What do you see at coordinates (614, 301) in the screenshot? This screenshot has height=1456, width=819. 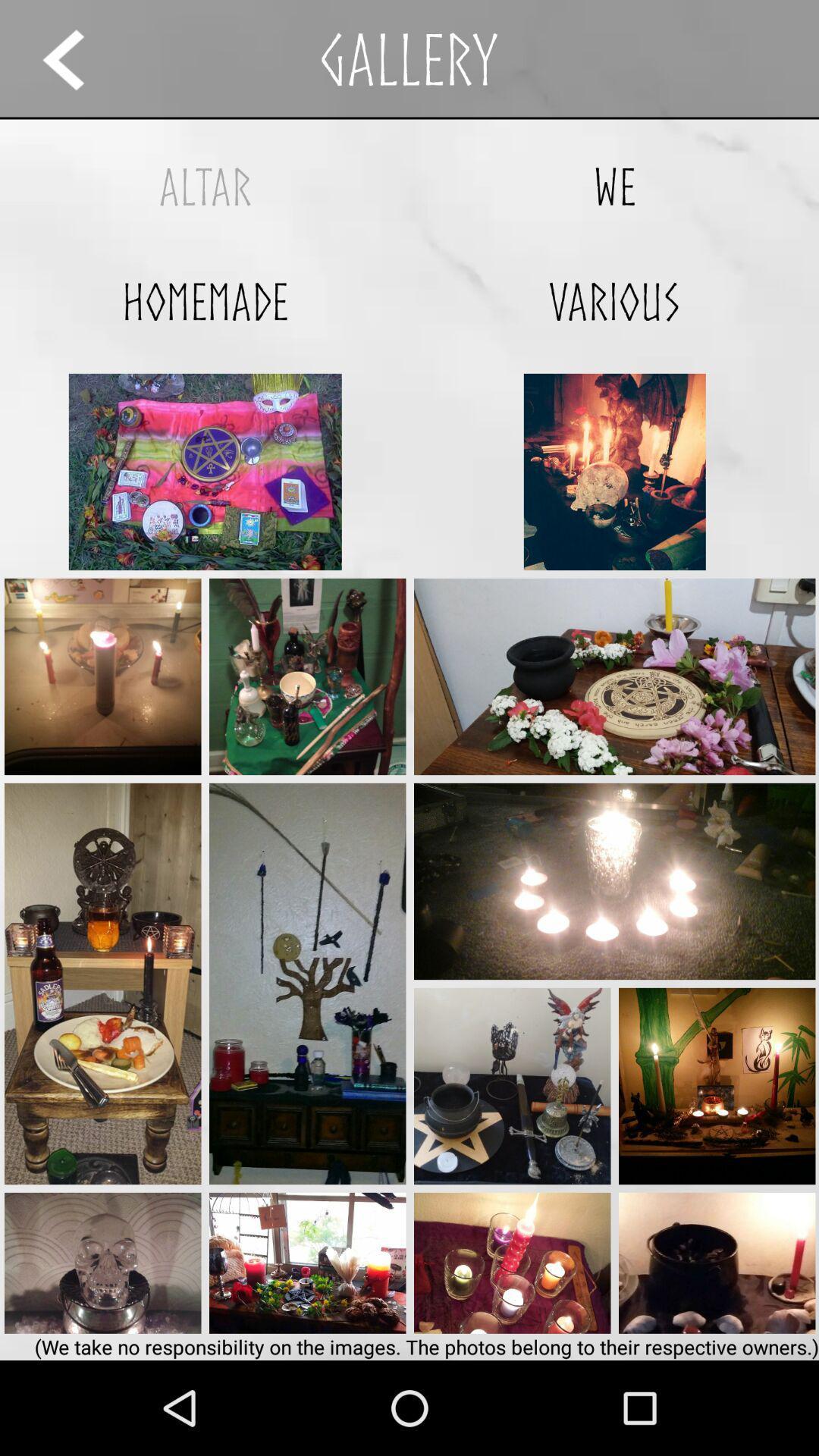 I see `the icon to the right of the homemade icon` at bounding box center [614, 301].